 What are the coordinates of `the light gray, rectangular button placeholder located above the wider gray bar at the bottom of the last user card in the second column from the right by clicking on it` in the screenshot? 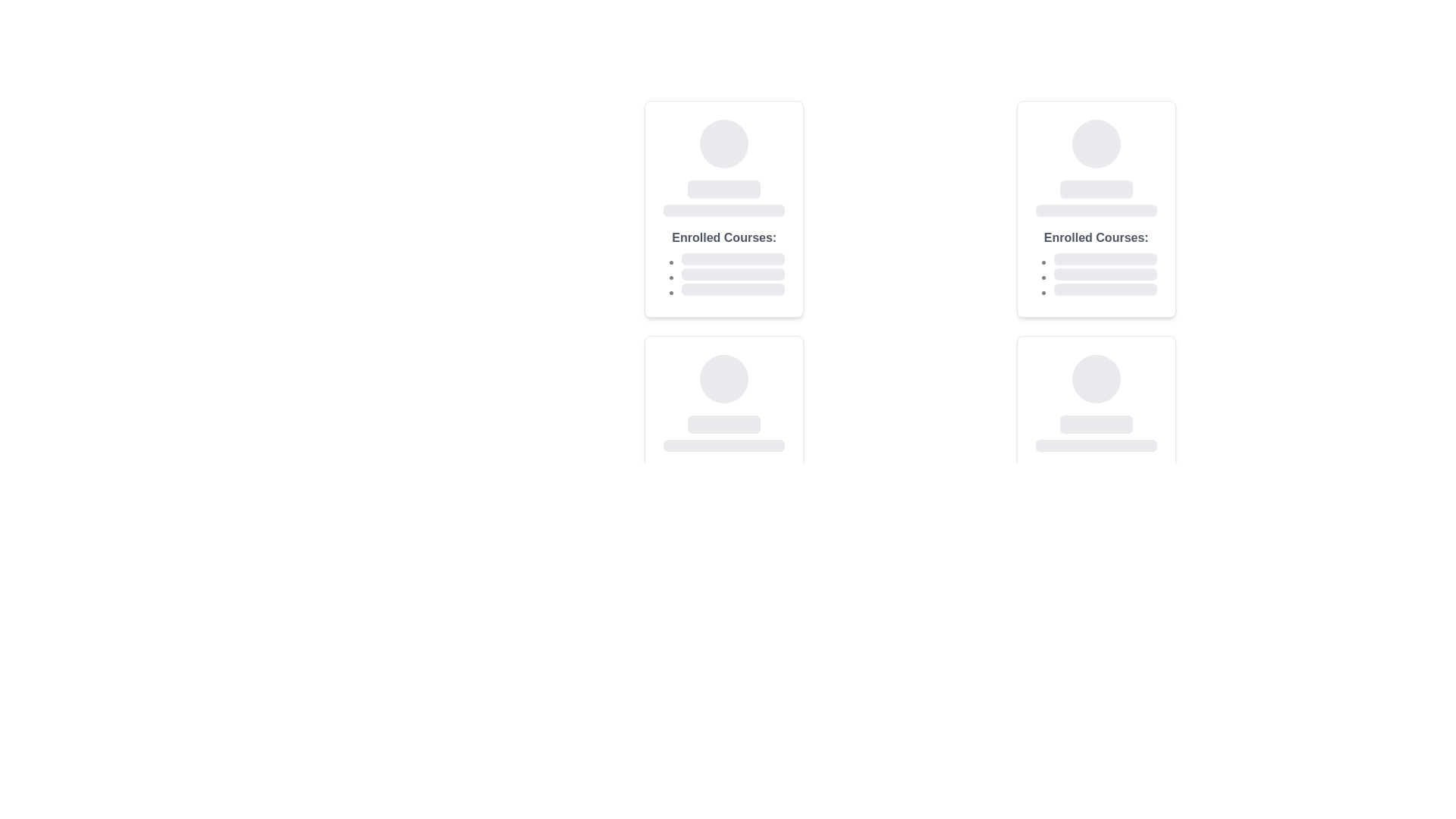 It's located at (1096, 424).